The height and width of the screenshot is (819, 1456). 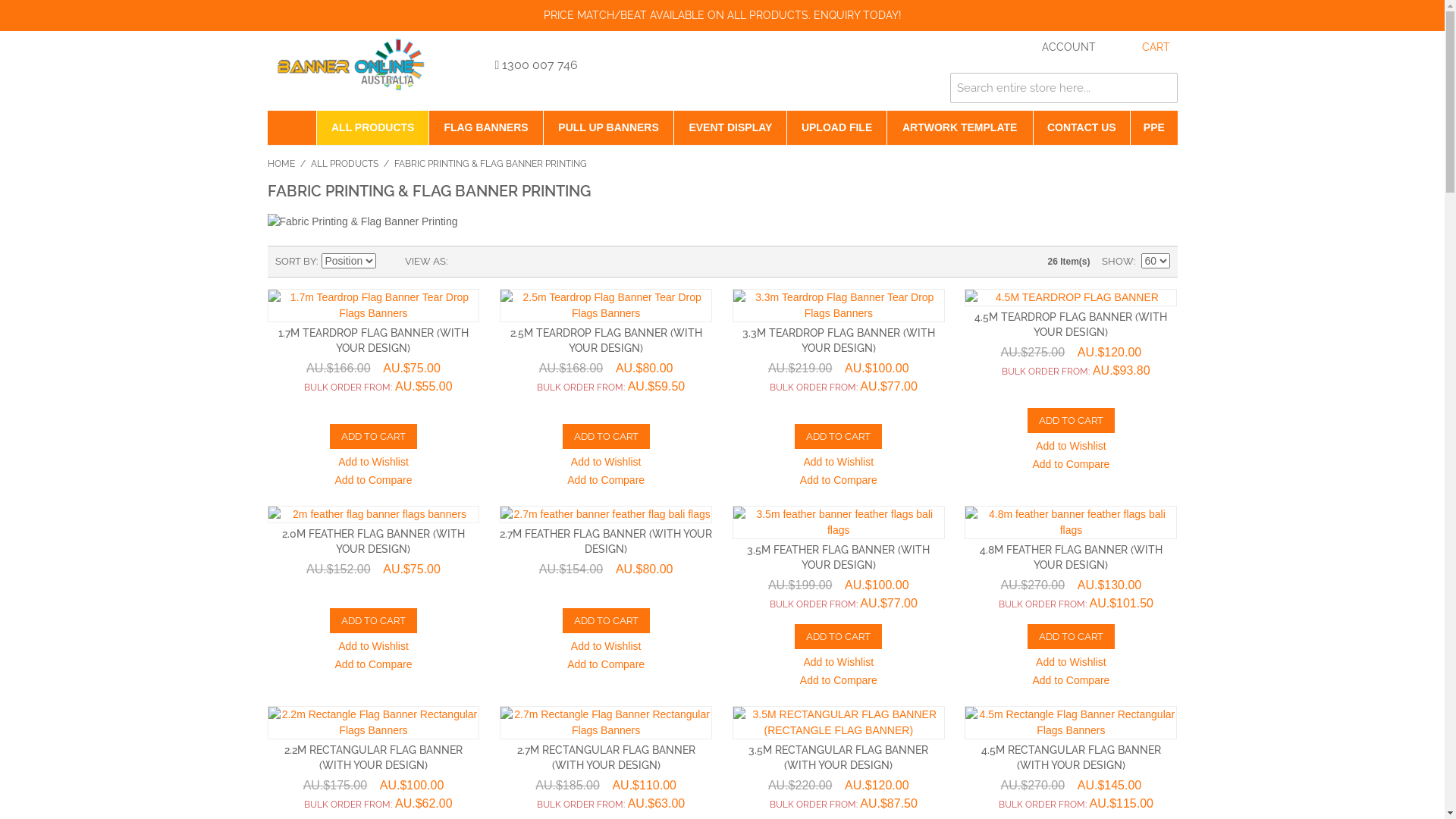 What do you see at coordinates (837, 339) in the screenshot?
I see `'3.3M TEARDROP FLAG BANNER (WITH YOUR DESIGN)'` at bounding box center [837, 339].